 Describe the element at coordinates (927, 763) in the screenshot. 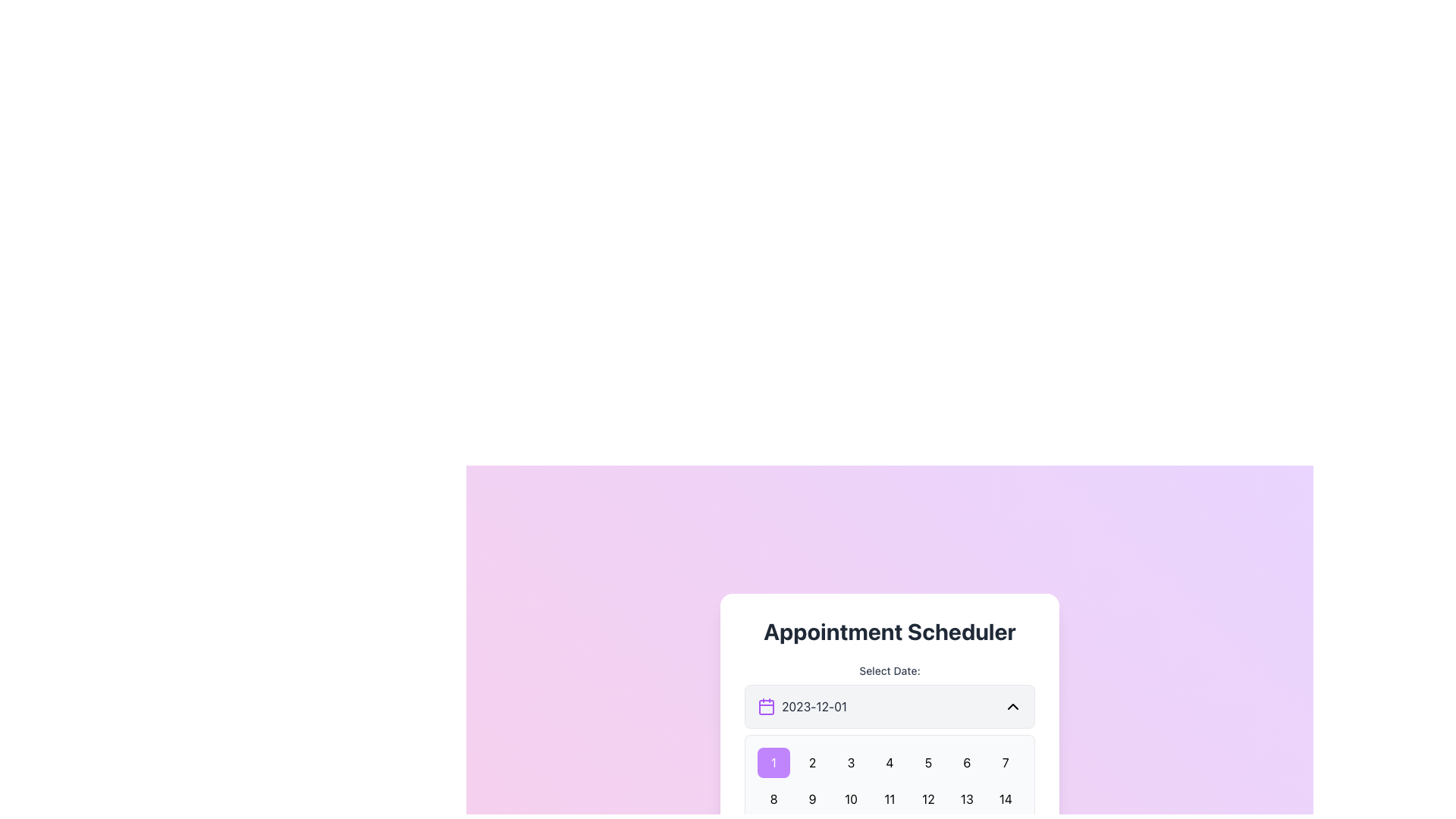

I see `the rounded rectangular button with the number '5' inside it, located in the first row and fifth column of the calendar grid under the heading 'Select Date:'` at that location.